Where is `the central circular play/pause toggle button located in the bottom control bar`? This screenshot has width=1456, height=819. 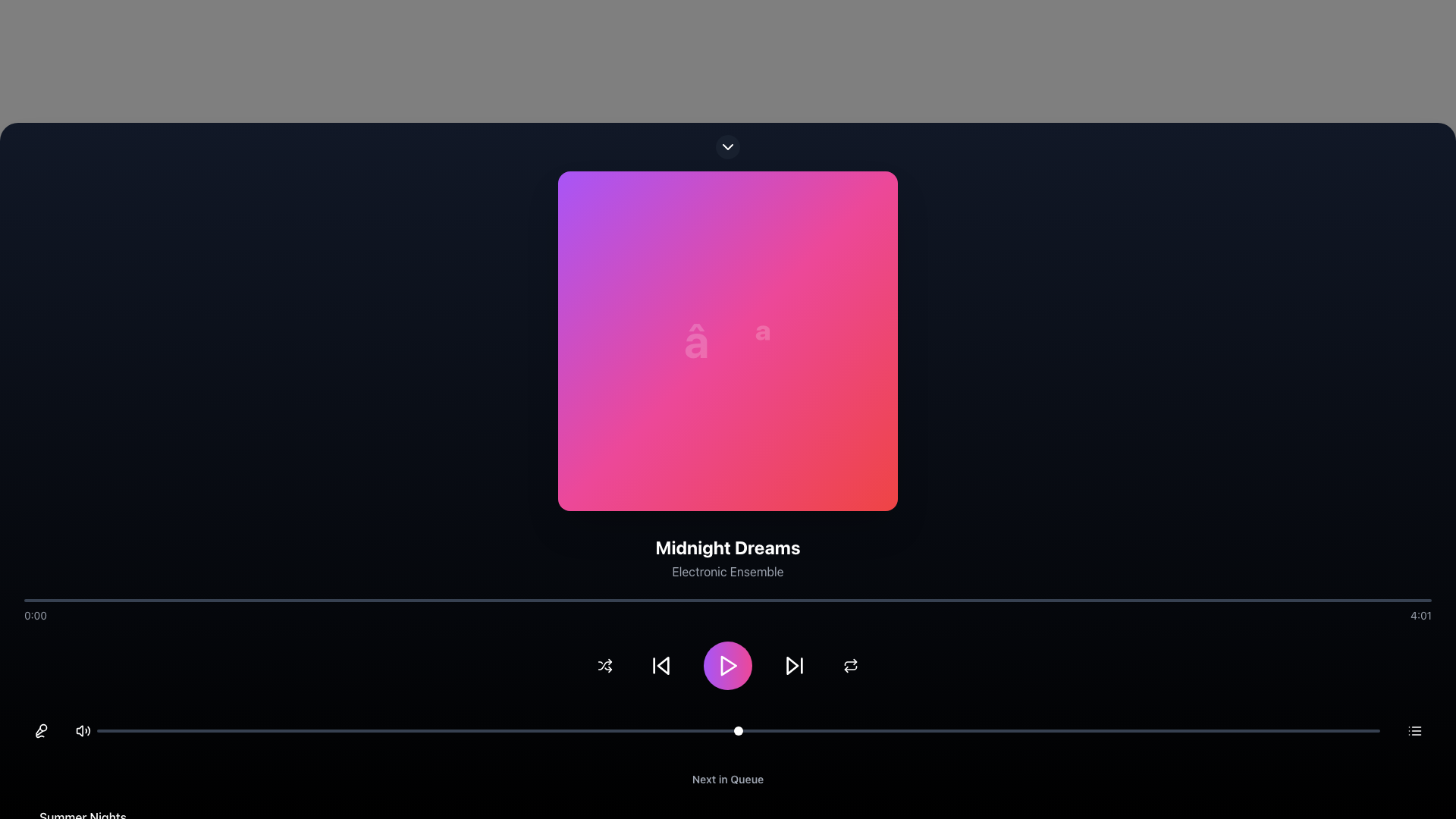
the central circular play/pause toggle button located in the bottom control bar is located at coordinates (728, 665).